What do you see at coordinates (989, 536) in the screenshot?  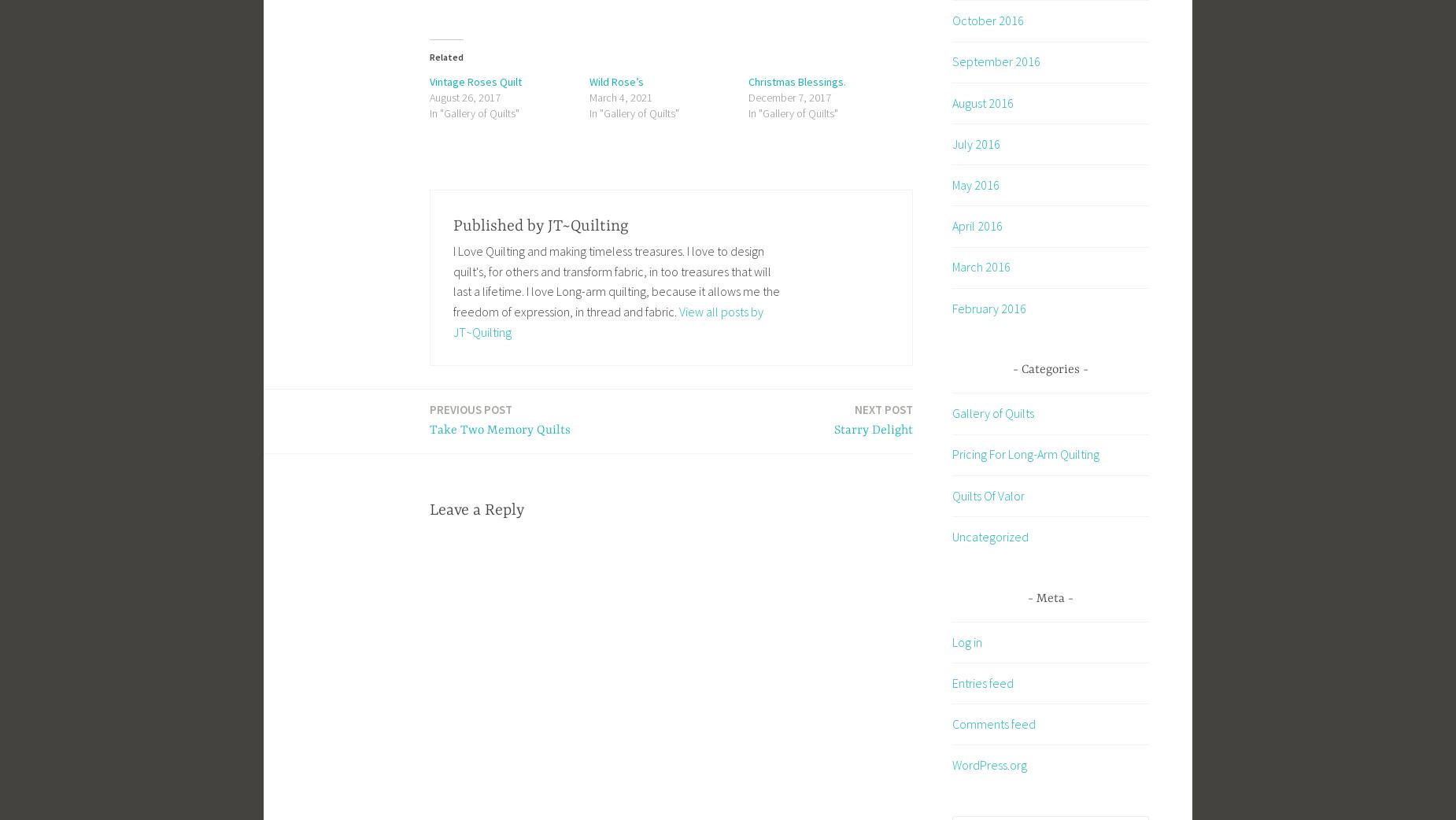 I see `'Uncategorized'` at bounding box center [989, 536].